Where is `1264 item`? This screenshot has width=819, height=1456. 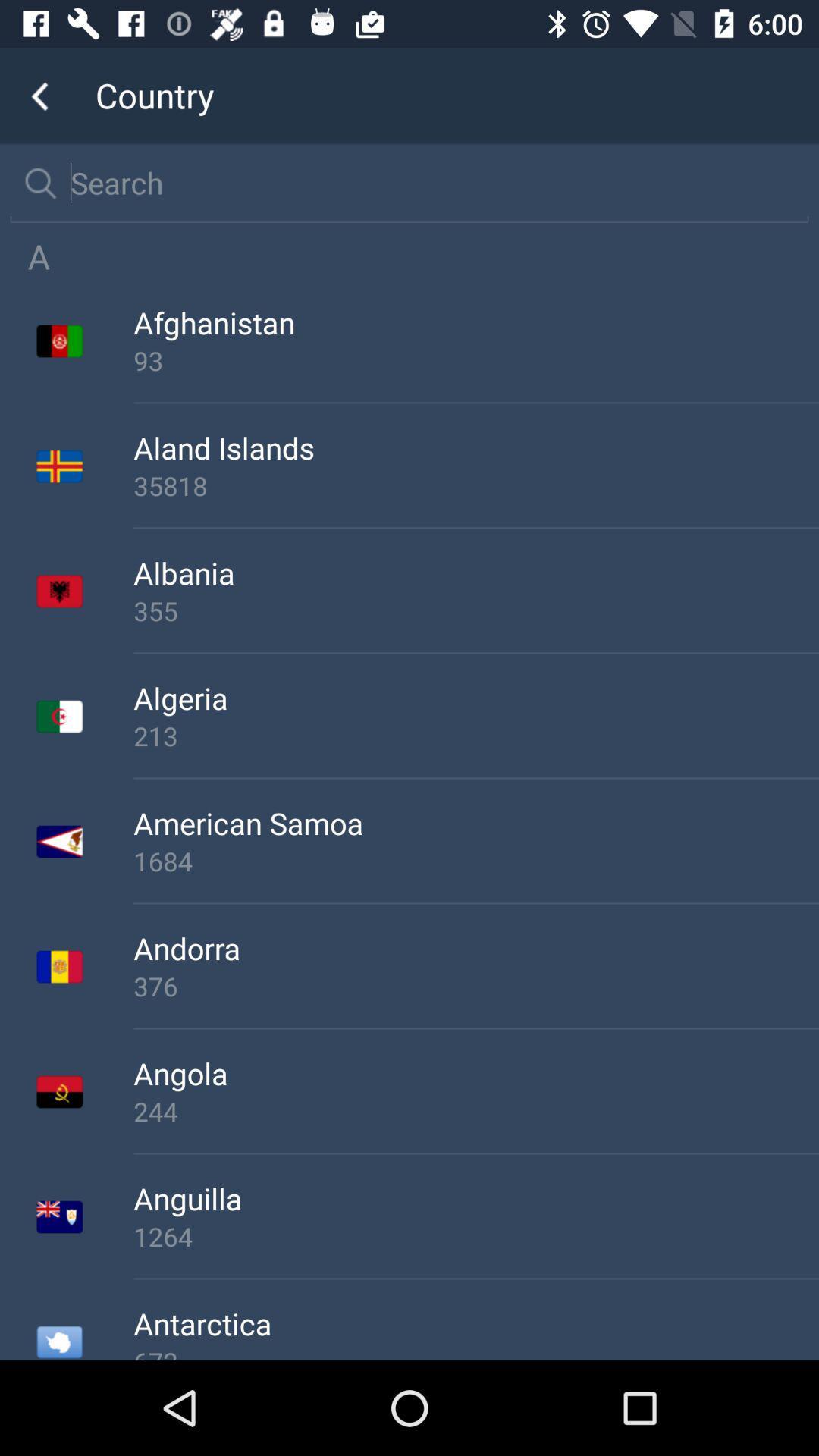
1264 item is located at coordinates (475, 1236).